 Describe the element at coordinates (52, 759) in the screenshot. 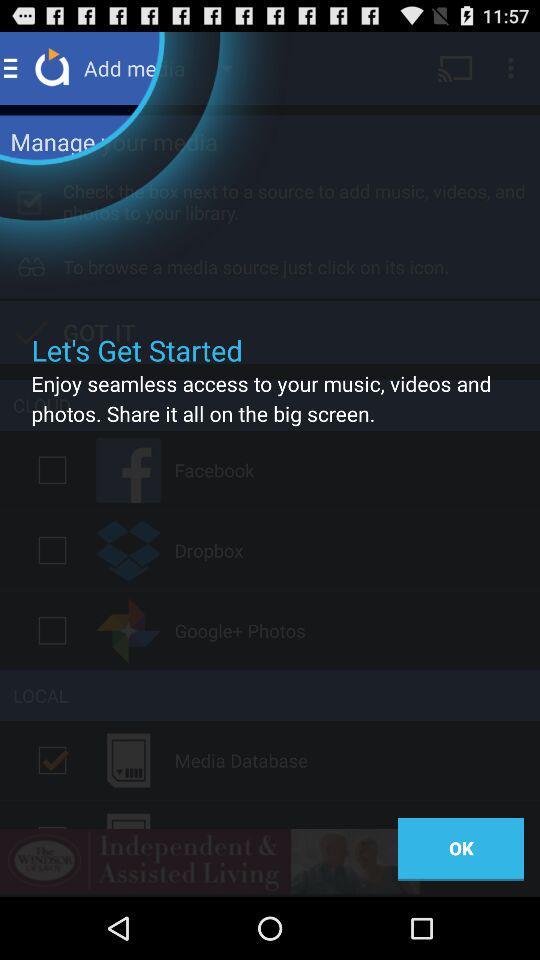

I see `media` at that location.